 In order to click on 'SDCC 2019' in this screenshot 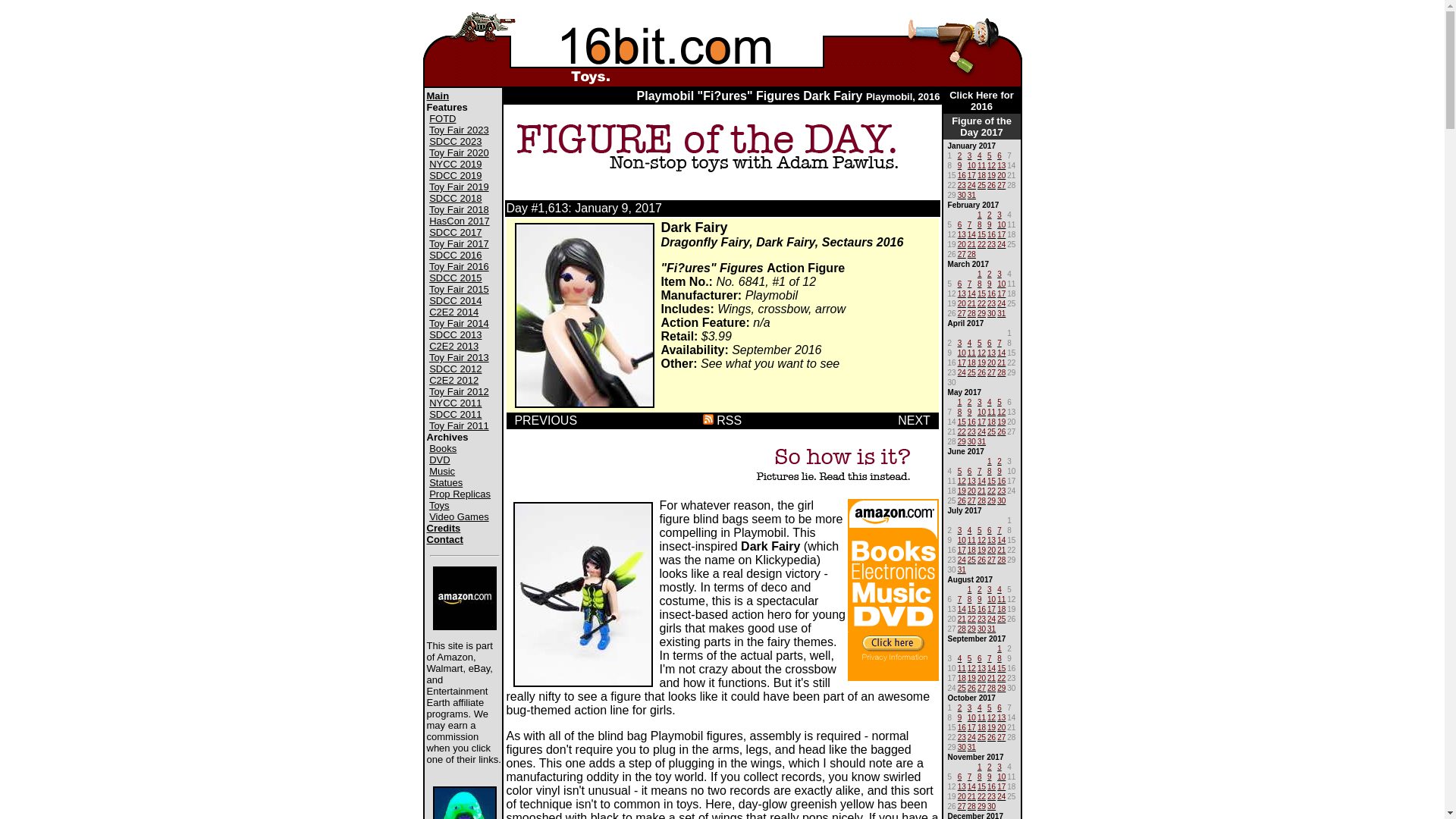, I will do `click(454, 174)`.